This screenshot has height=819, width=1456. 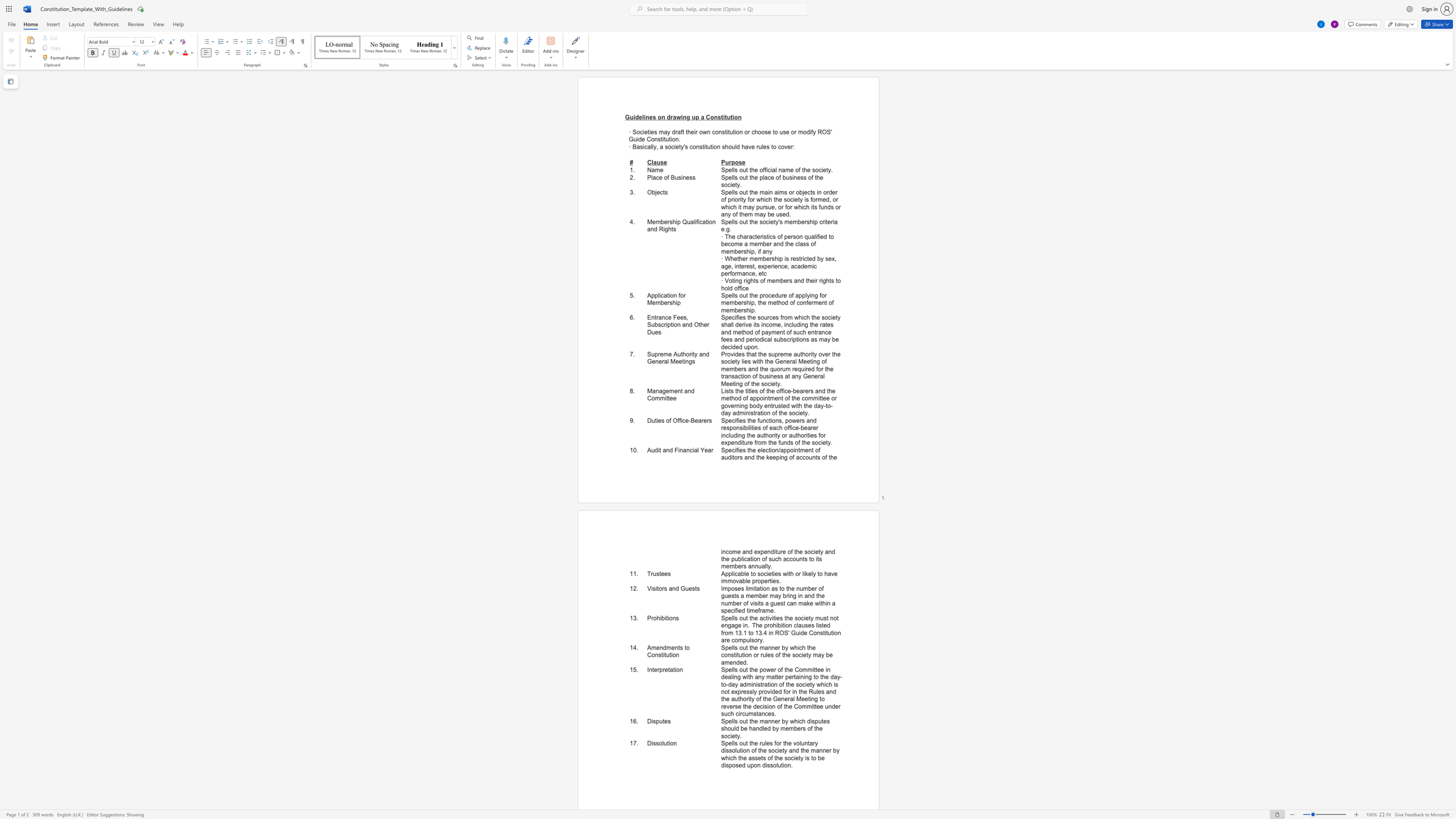 What do you see at coordinates (763, 633) in the screenshot?
I see `the subset text "4 in ROS" within the text "Spells out the activities the society must not engage in.  The prohibition clauses listed from 13.1 to 13.4 in ROS"` at bounding box center [763, 633].